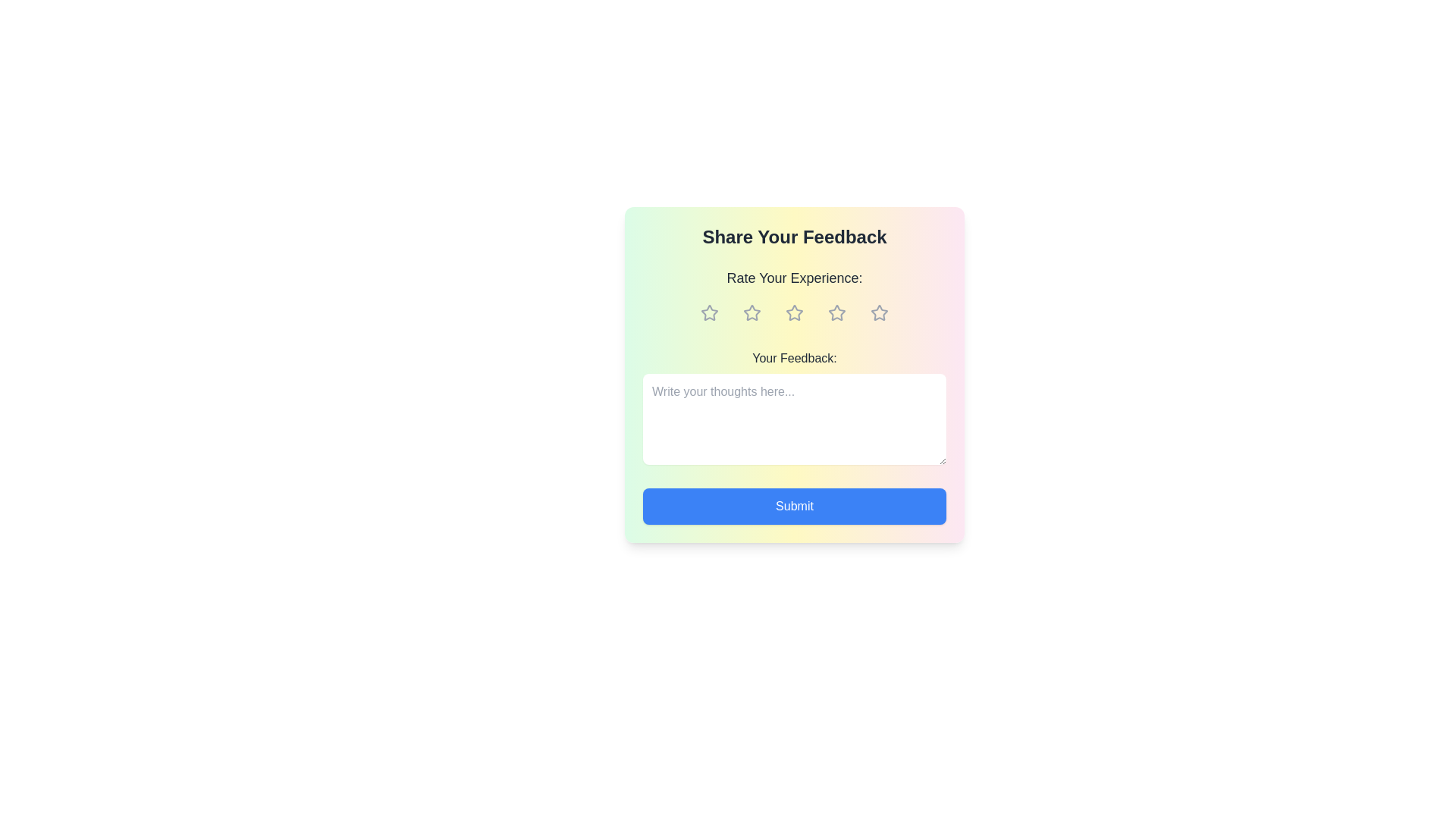 Image resolution: width=1456 pixels, height=819 pixels. Describe the element at coordinates (793, 299) in the screenshot. I see `the Rating input section labeled 'Rate Your Experience:'` at that location.